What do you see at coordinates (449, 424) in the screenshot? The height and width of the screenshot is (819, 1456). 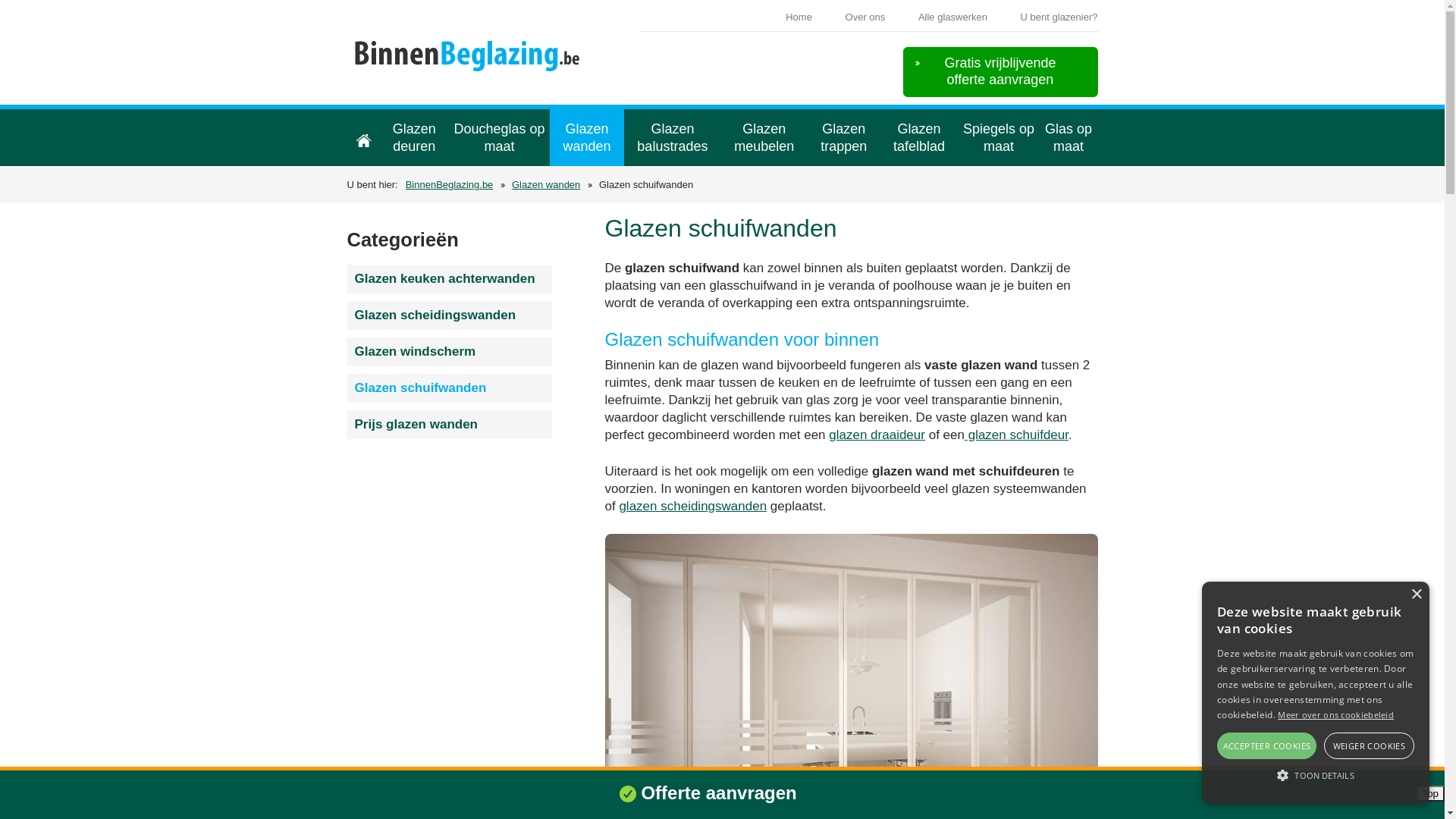 I see `'Prijs glazen wanden'` at bounding box center [449, 424].